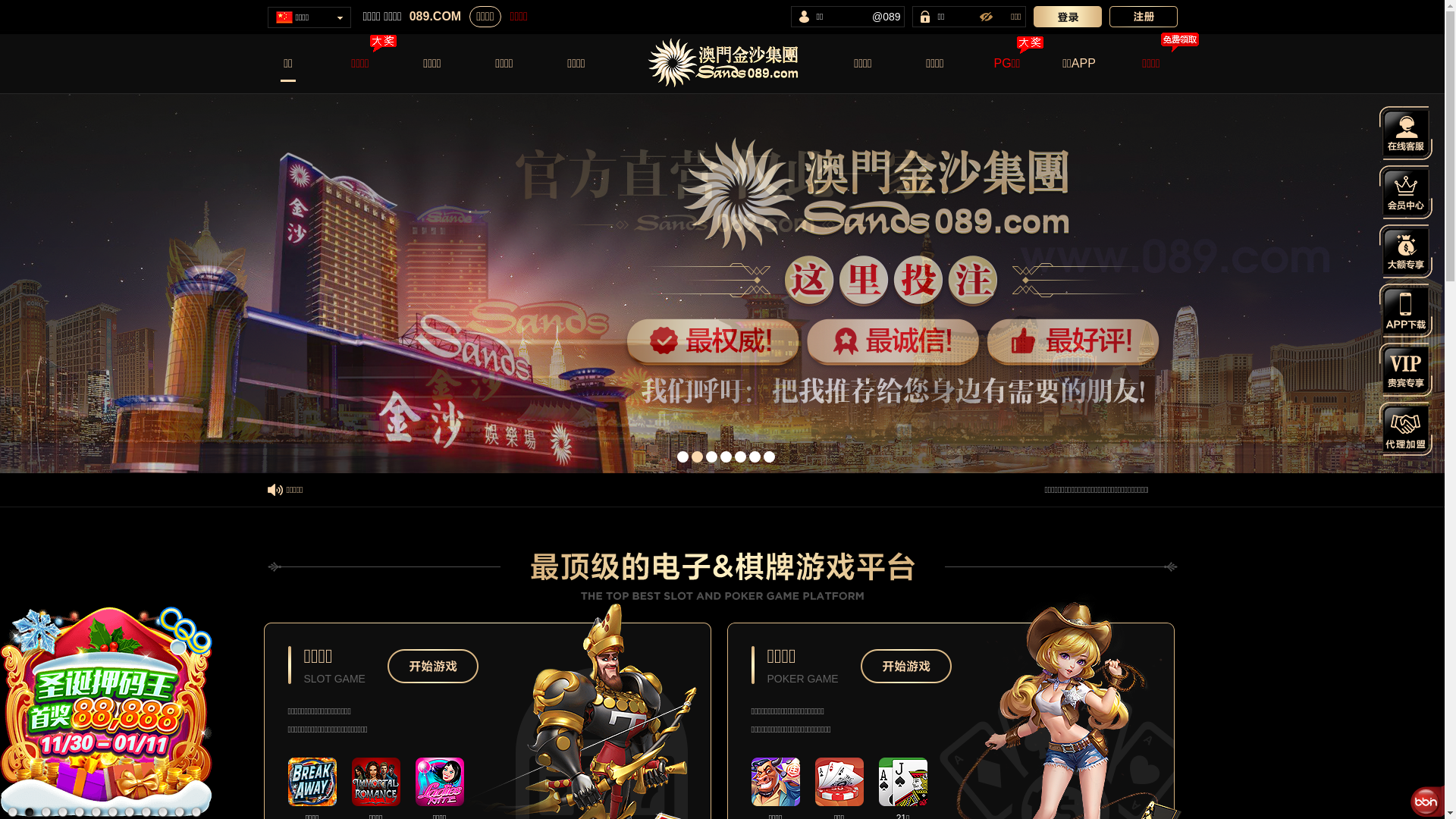 The height and width of the screenshot is (819, 1456). I want to click on '089.COM', so click(409, 17).